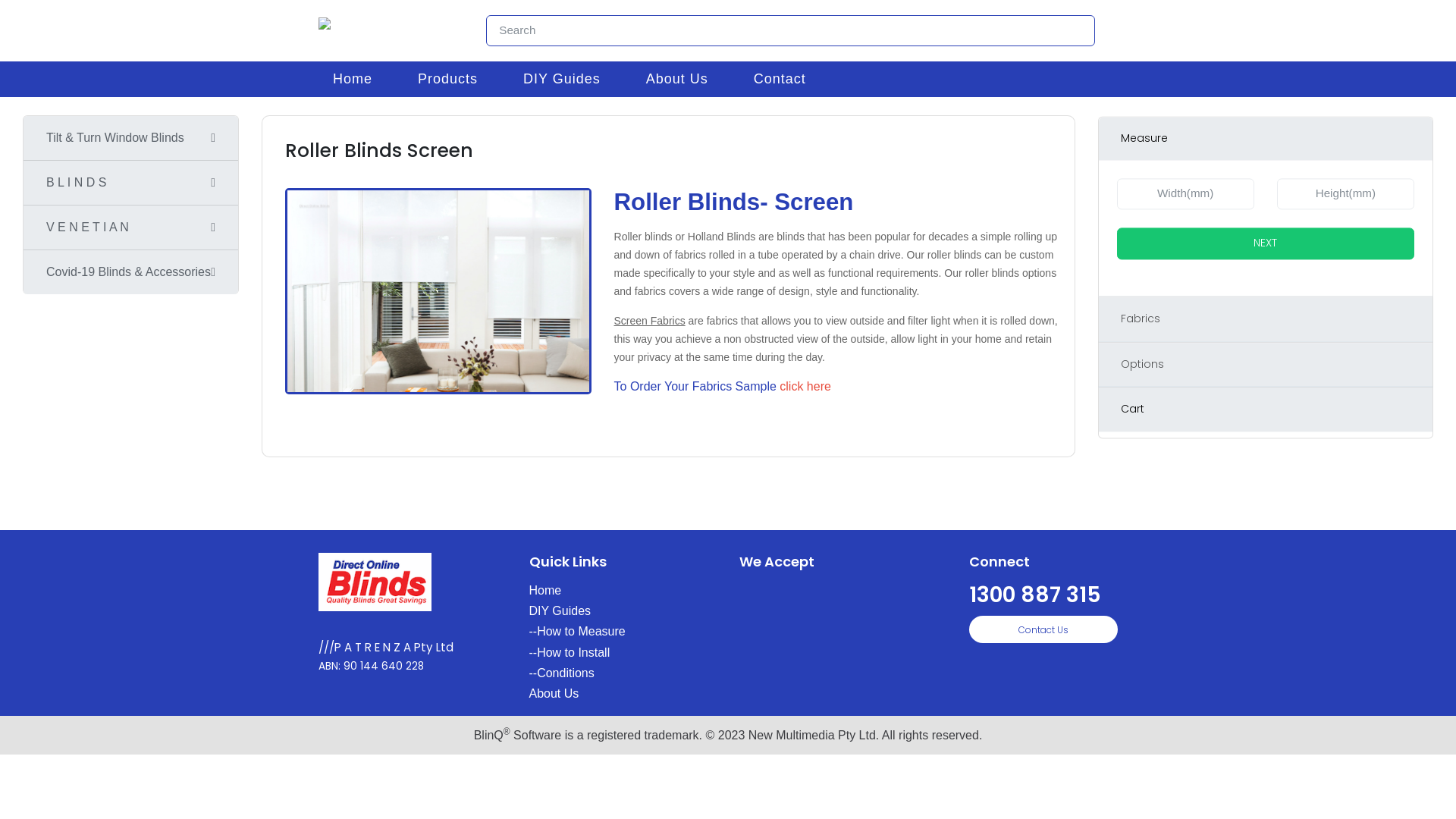 Image resolution: width=1456 pixels, height=819 pixels. I want to click on 'About Us', so click(676, 79).